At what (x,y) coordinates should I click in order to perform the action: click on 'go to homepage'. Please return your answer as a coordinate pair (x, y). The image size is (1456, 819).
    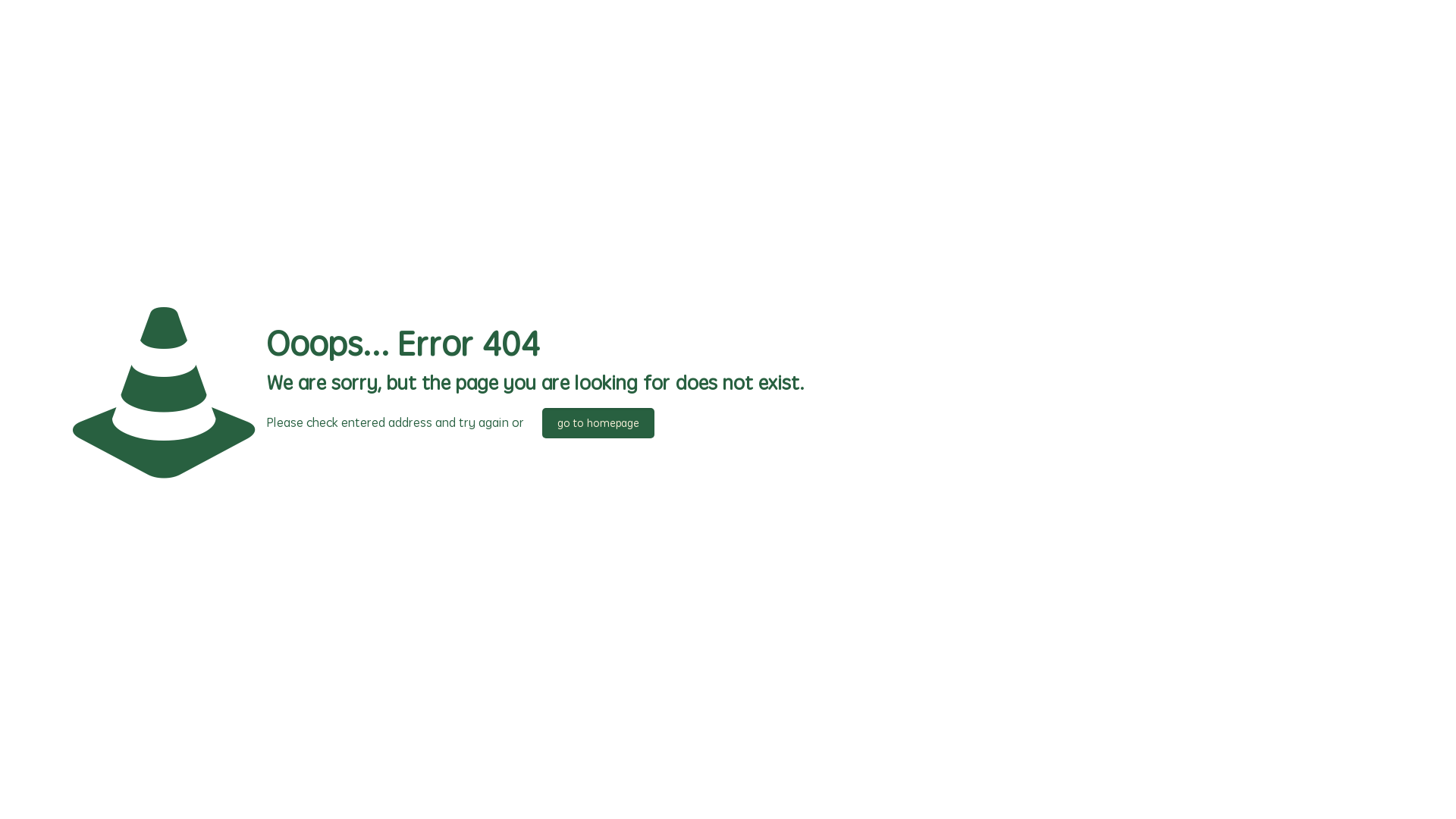
    Looking at the image, I should click on (597, 423).